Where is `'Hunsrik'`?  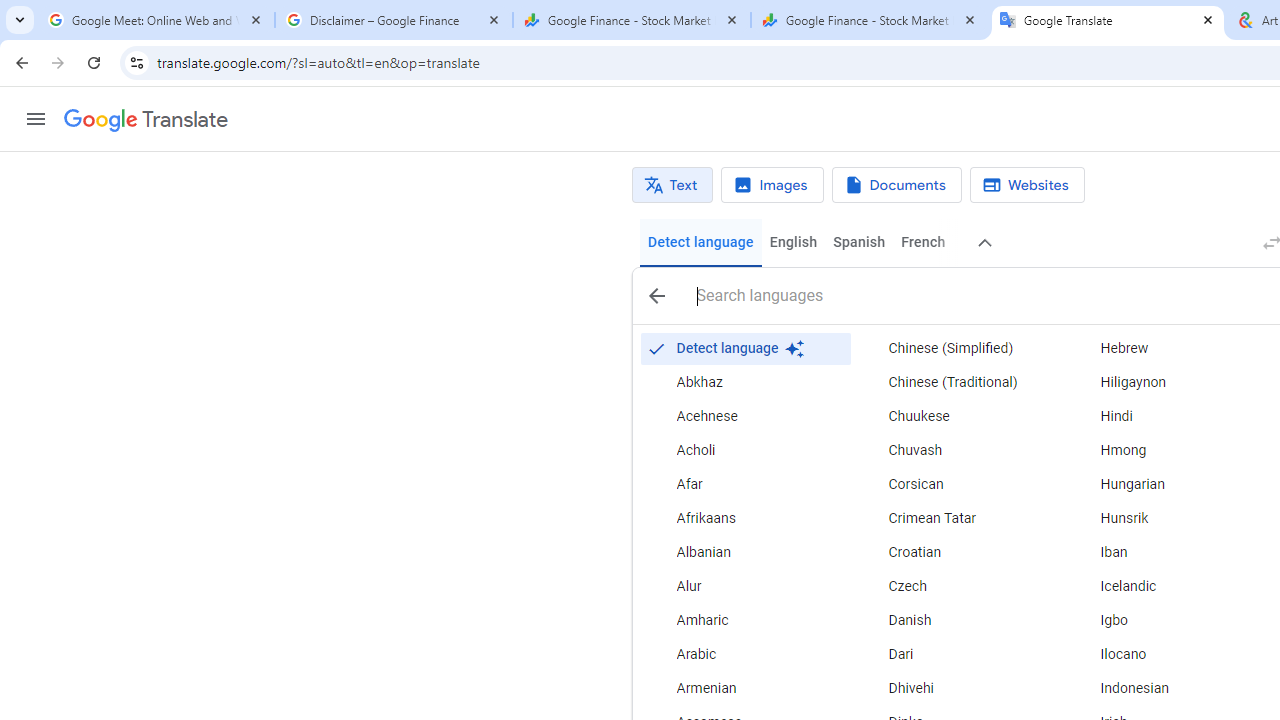
'Hunsrik' is located at coordinates (1169, 518).